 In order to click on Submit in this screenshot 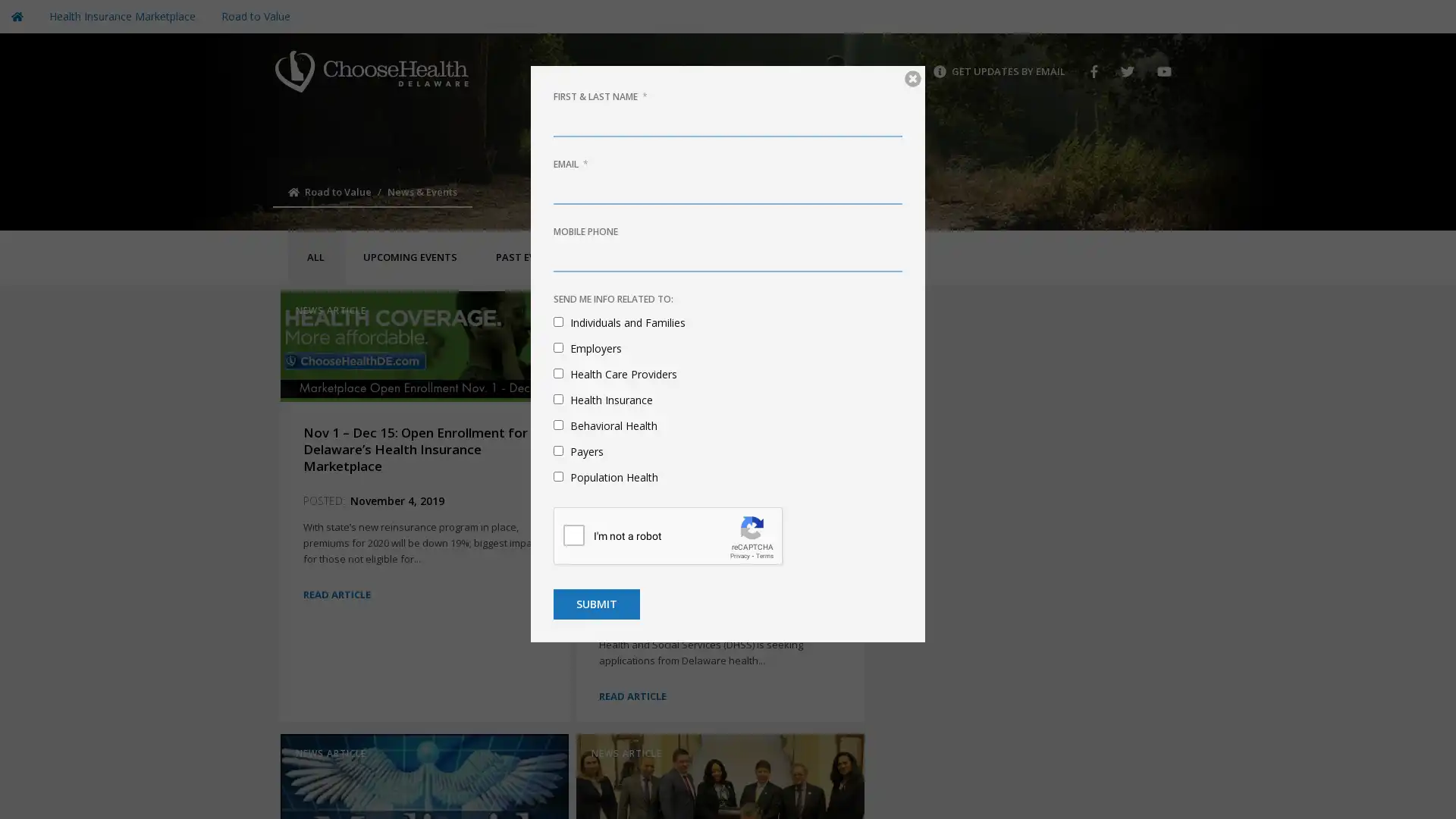, I will do `click(596, 604)`.